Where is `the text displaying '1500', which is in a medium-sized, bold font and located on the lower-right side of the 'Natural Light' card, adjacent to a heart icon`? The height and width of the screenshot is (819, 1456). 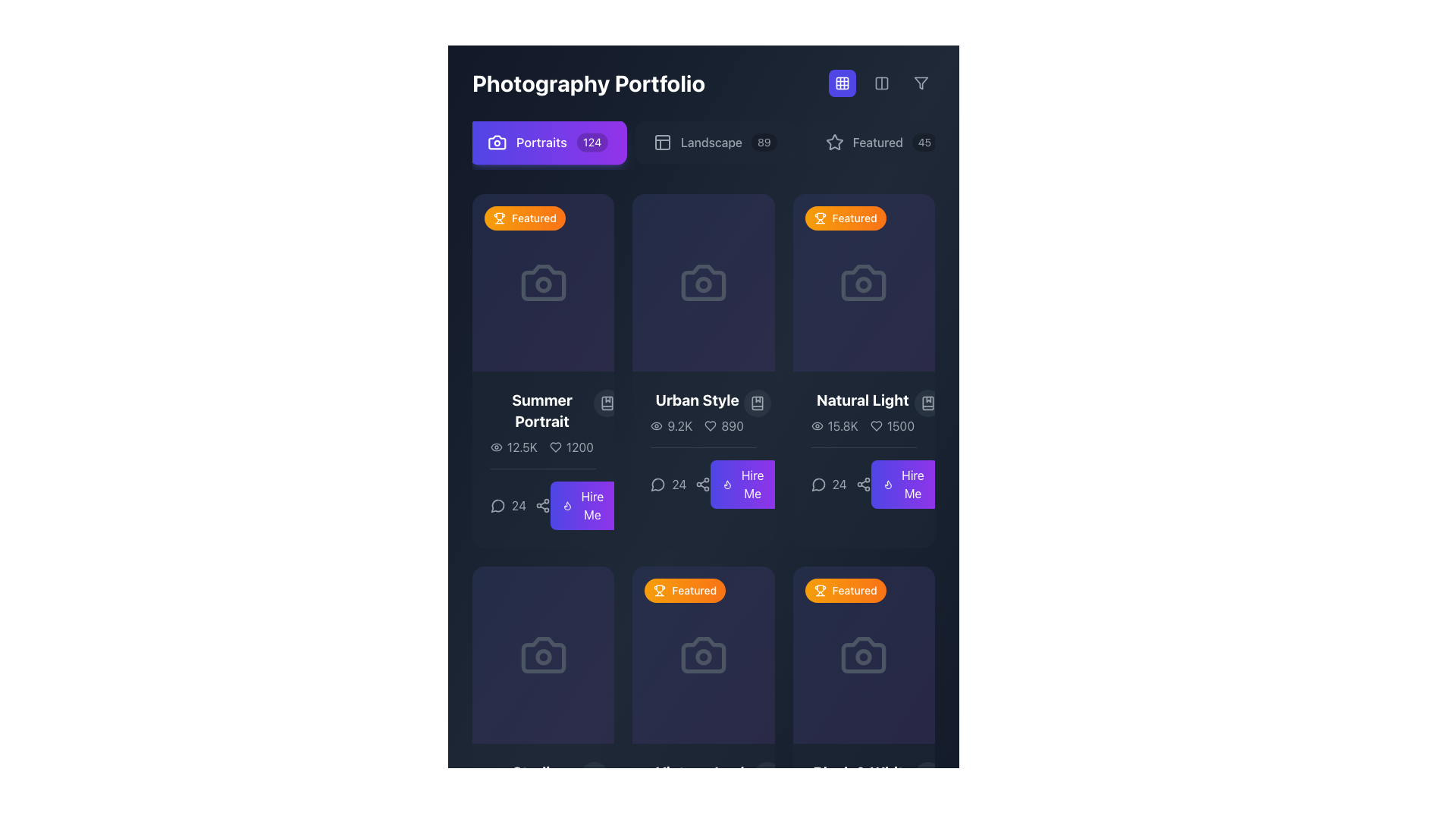
the text displaying '1500', which is in a medium-sized, bold font and located on the lower-right side of the 'Natural Light' card, adjacent to a heart icon is located at coordinates (900, 426).